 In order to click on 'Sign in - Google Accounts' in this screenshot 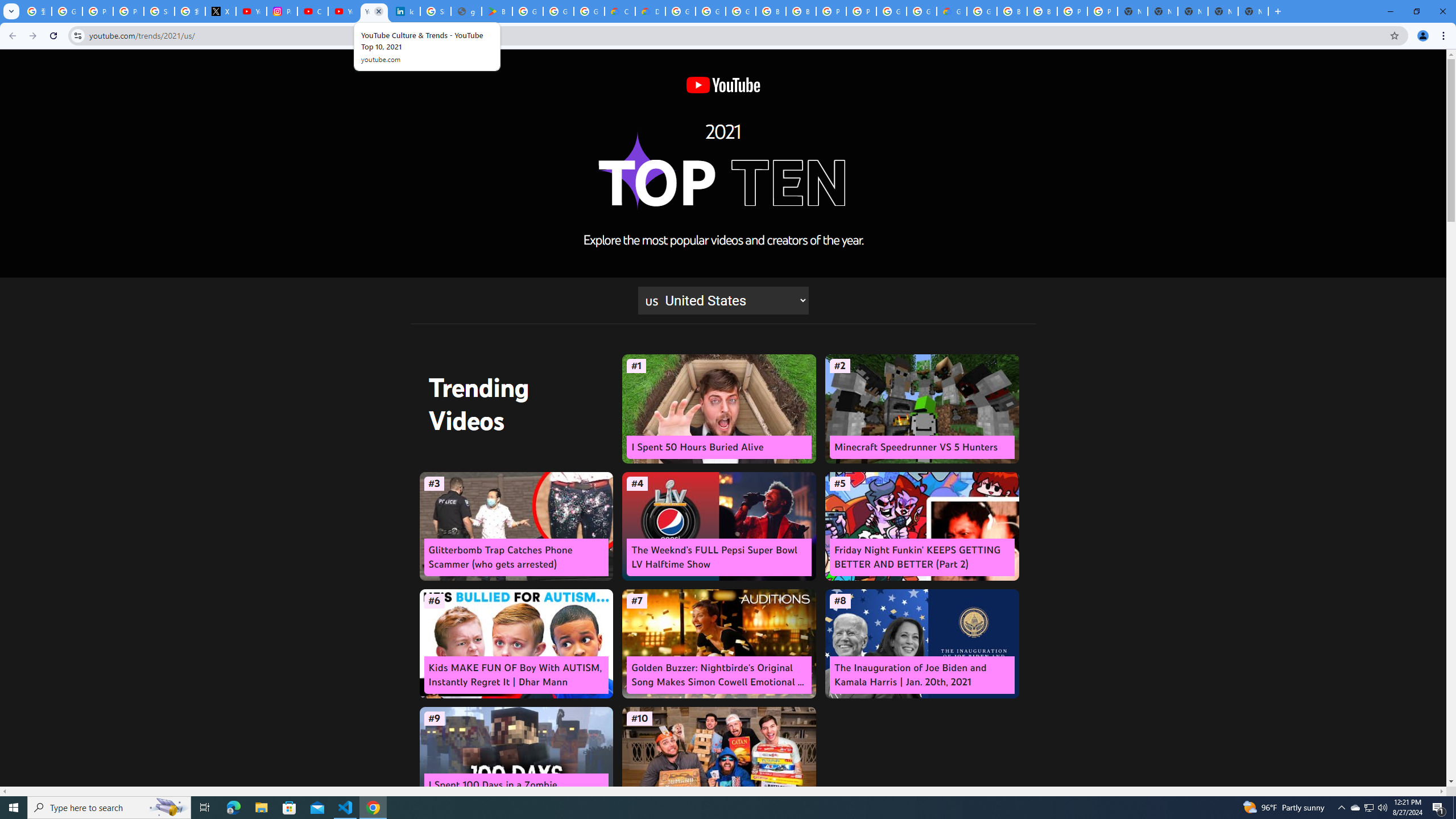, I will do `click(435, 11)`.